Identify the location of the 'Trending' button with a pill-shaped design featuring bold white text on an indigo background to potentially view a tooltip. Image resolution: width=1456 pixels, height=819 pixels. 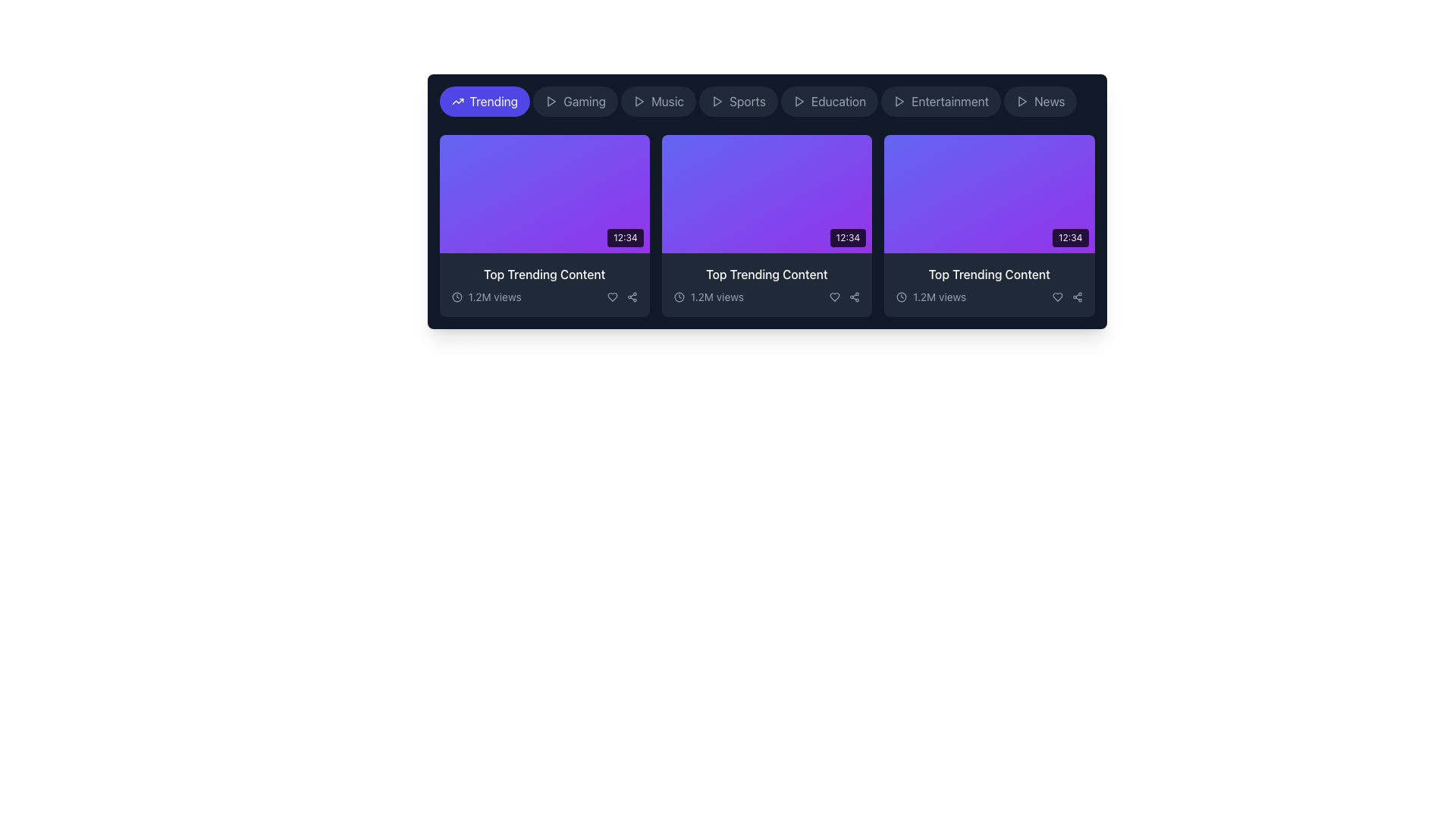
(484, 102).